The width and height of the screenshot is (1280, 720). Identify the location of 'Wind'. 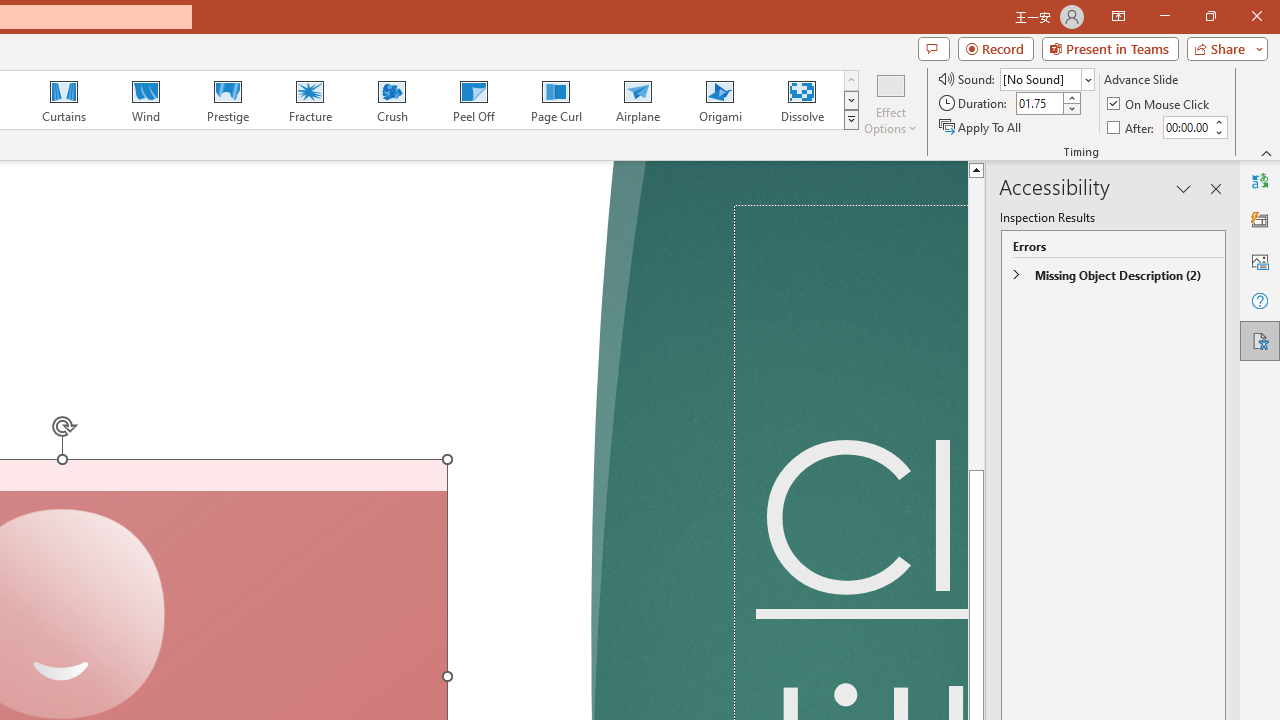
(144, 100).